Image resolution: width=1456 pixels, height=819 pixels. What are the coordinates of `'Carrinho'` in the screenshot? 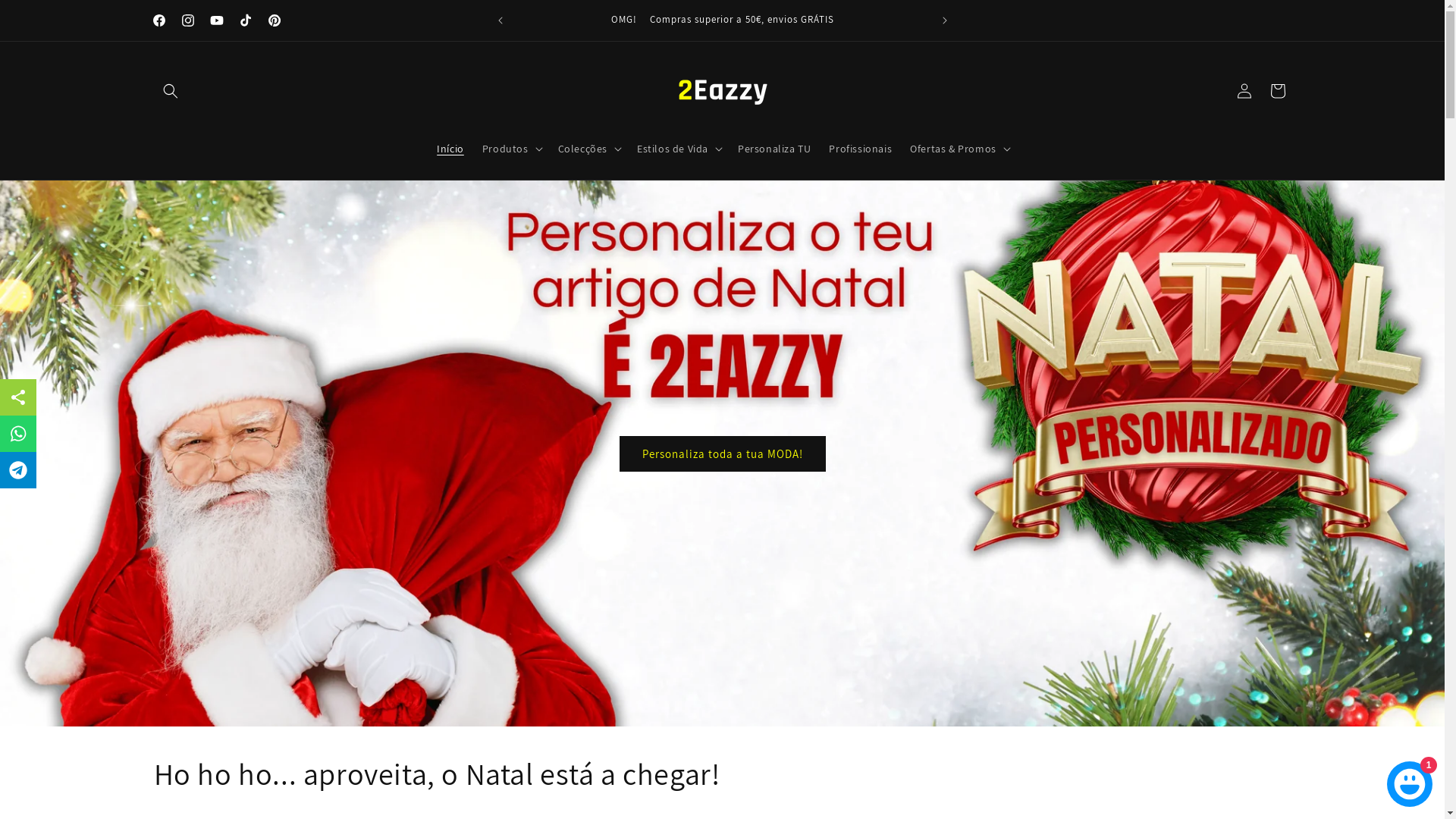 It's located at (1276, 90).